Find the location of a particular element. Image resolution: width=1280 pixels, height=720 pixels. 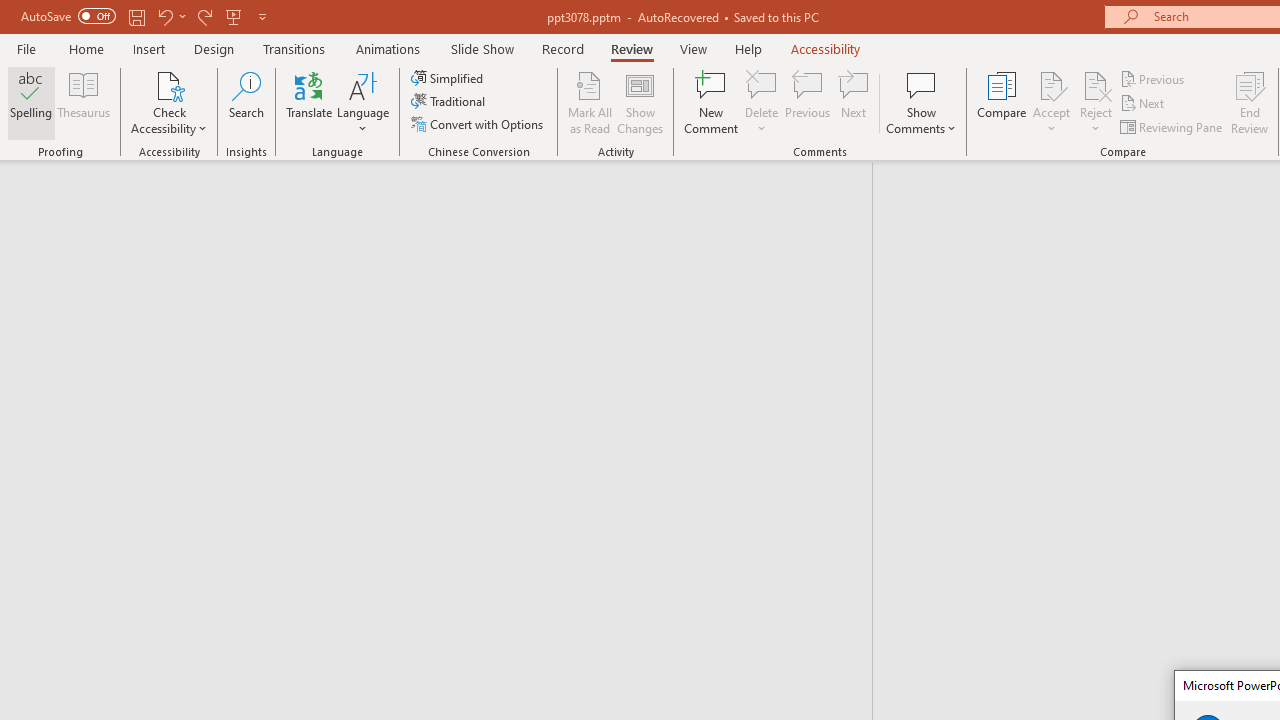

'Show Changes' is located at coordinates (640, 103).